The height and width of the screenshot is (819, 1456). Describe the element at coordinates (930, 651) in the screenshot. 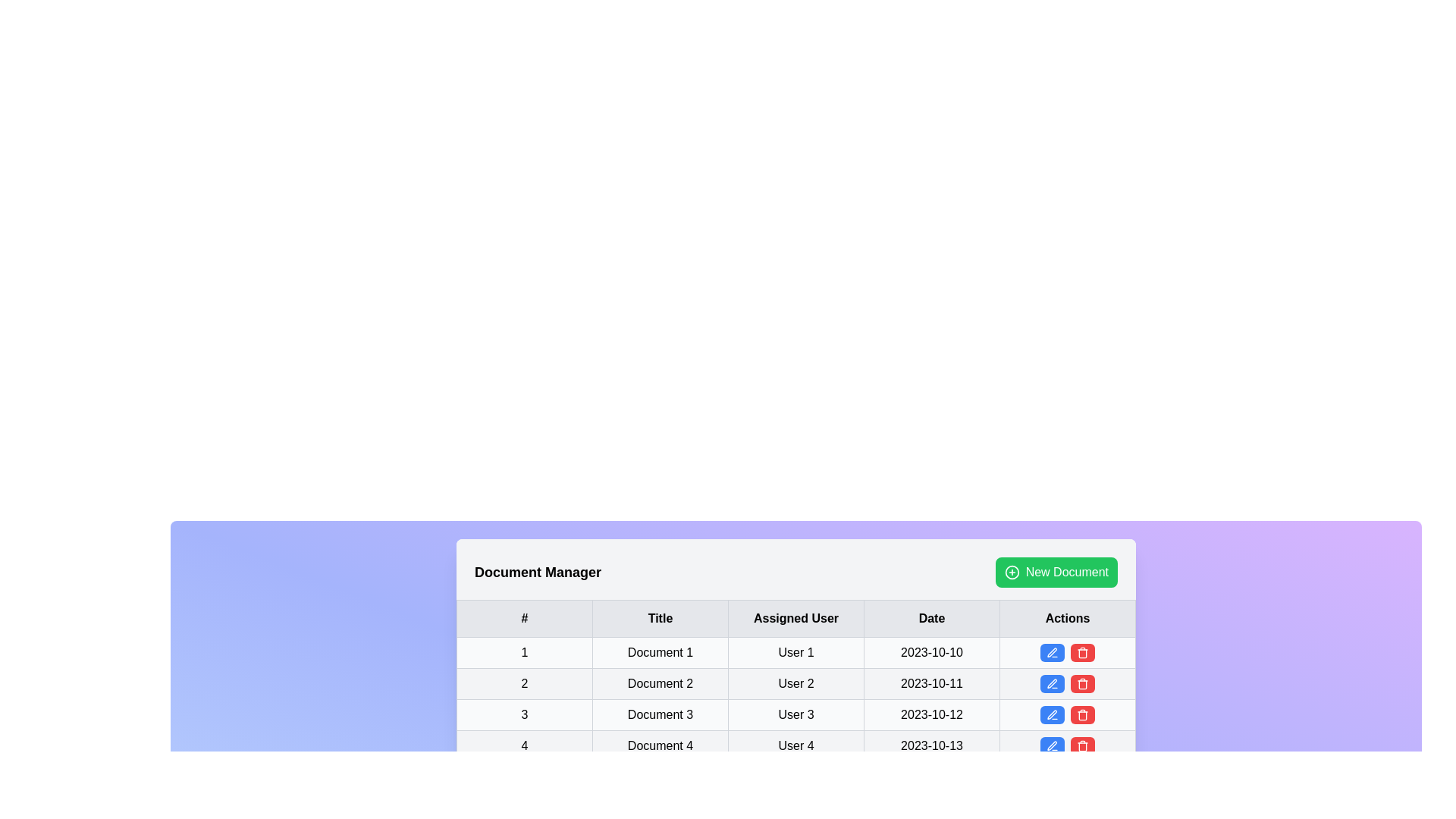

I see `the text component displaying the date '2023-10-10' in the 'Date' column of the Document Manager table` at that location.